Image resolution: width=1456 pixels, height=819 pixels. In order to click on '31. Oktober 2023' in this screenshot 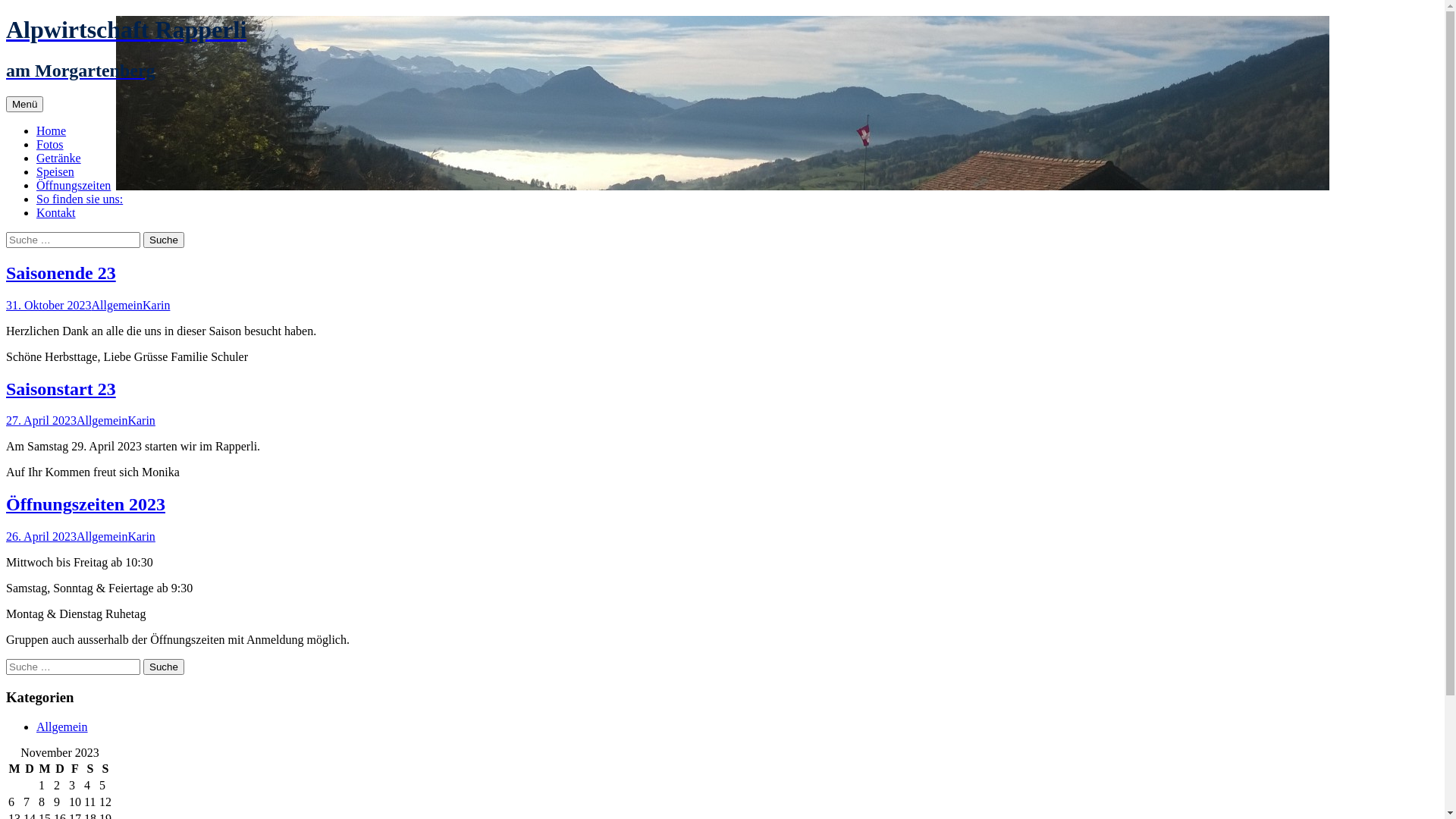, I will do `click(48, 305)`.